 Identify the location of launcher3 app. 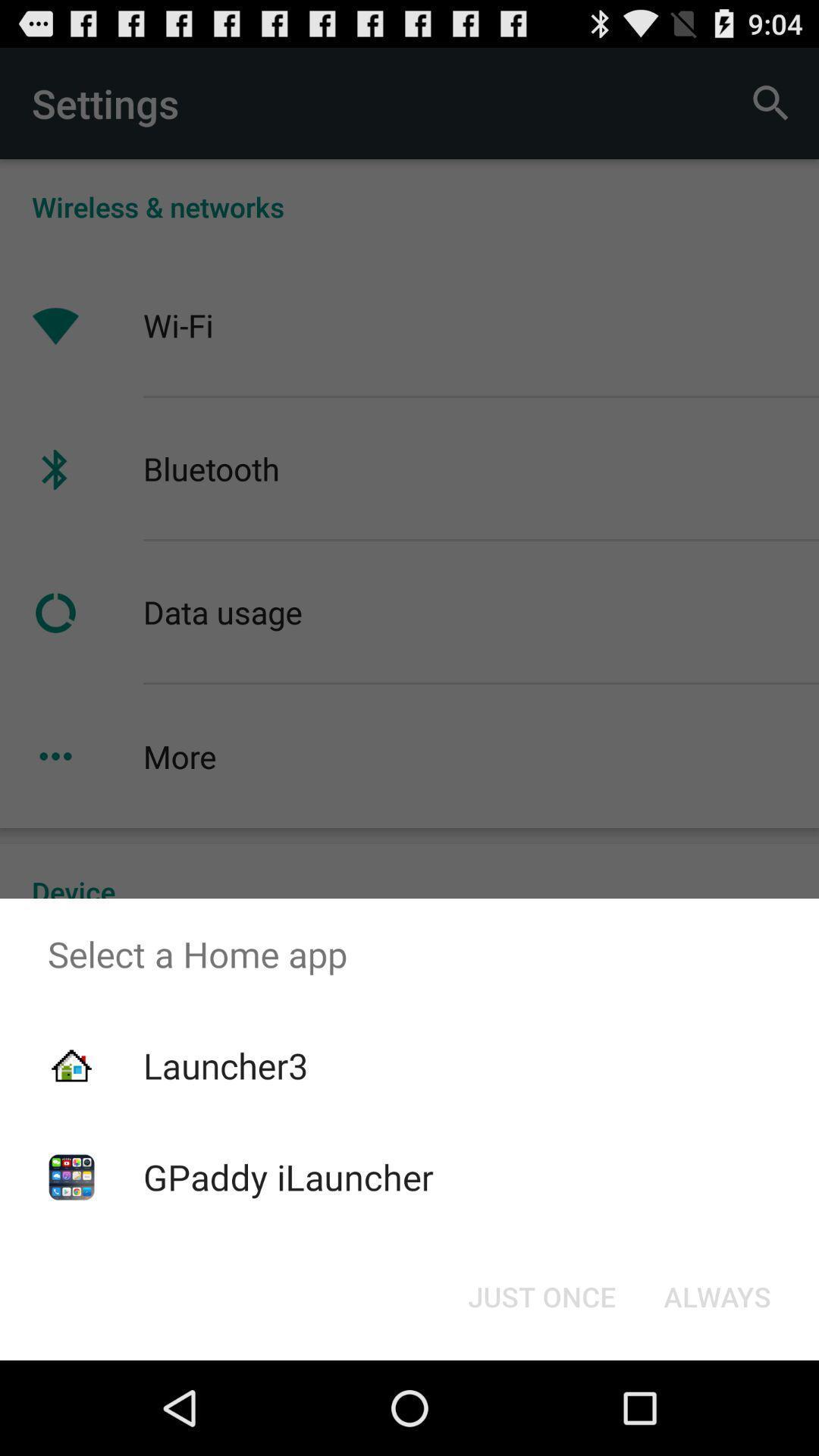
(225, 1065).